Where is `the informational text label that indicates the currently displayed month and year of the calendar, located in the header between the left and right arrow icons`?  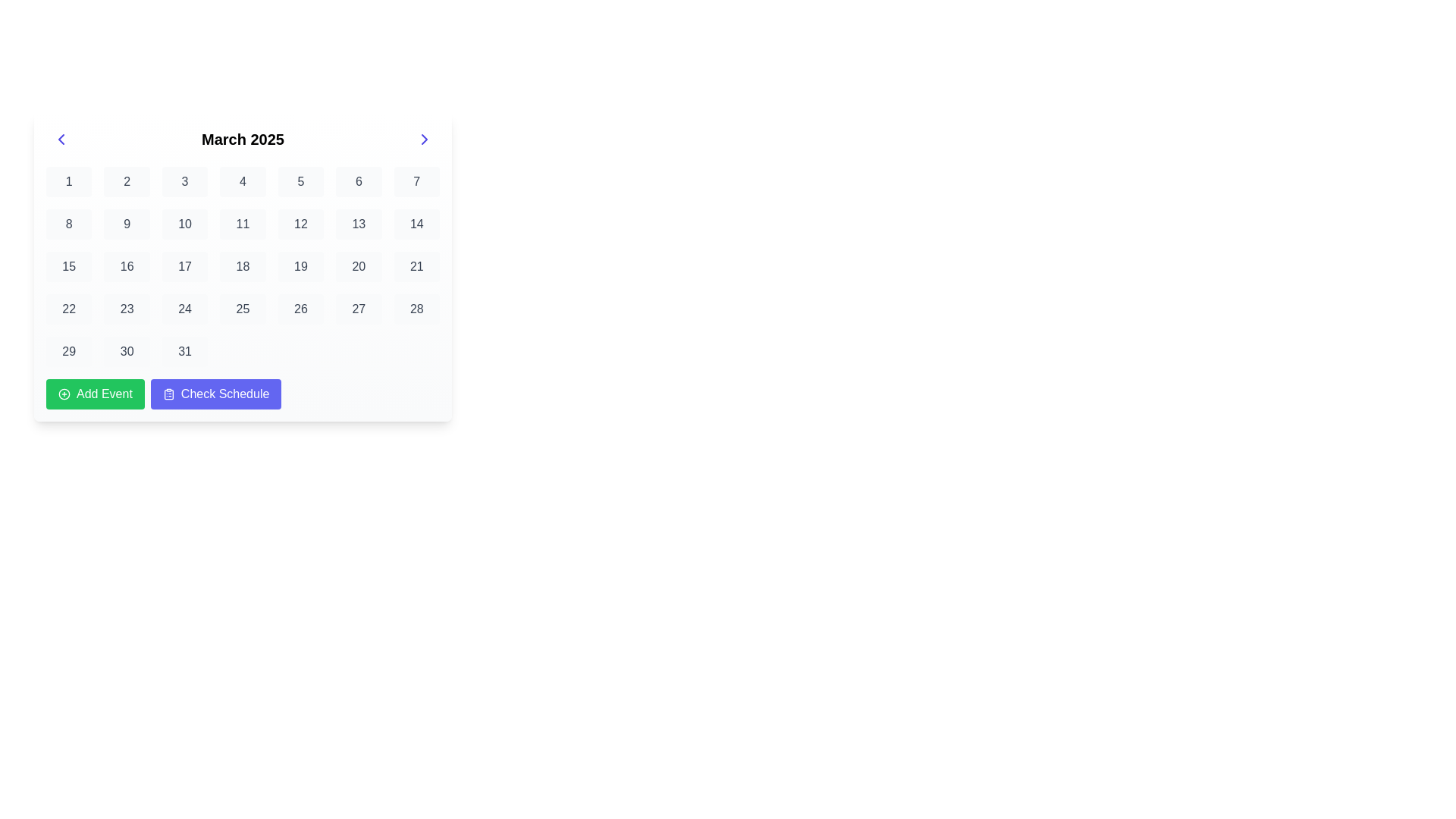 the informational text label that indicates the currently displayed month and year of the calendar, located in the header between the left and right arrow icons is located at coordinates (243, 140).